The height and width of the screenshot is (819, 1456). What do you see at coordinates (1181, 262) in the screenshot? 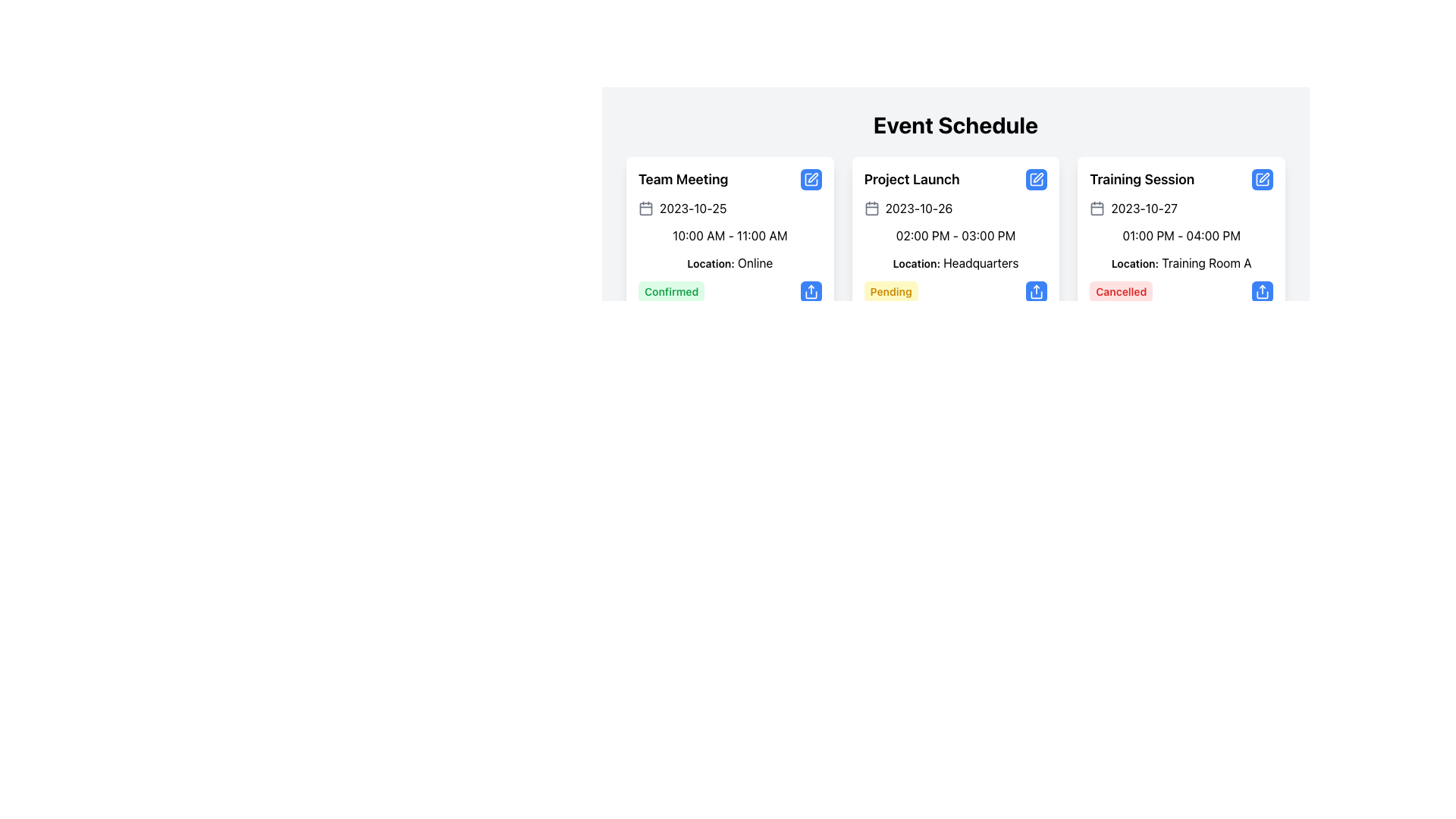
I see `information displayed in the text label that shows 'Location: Training Room A', which is located in the lower portion of the card titled 'Training Session'` at bounding box center [1181, 262].